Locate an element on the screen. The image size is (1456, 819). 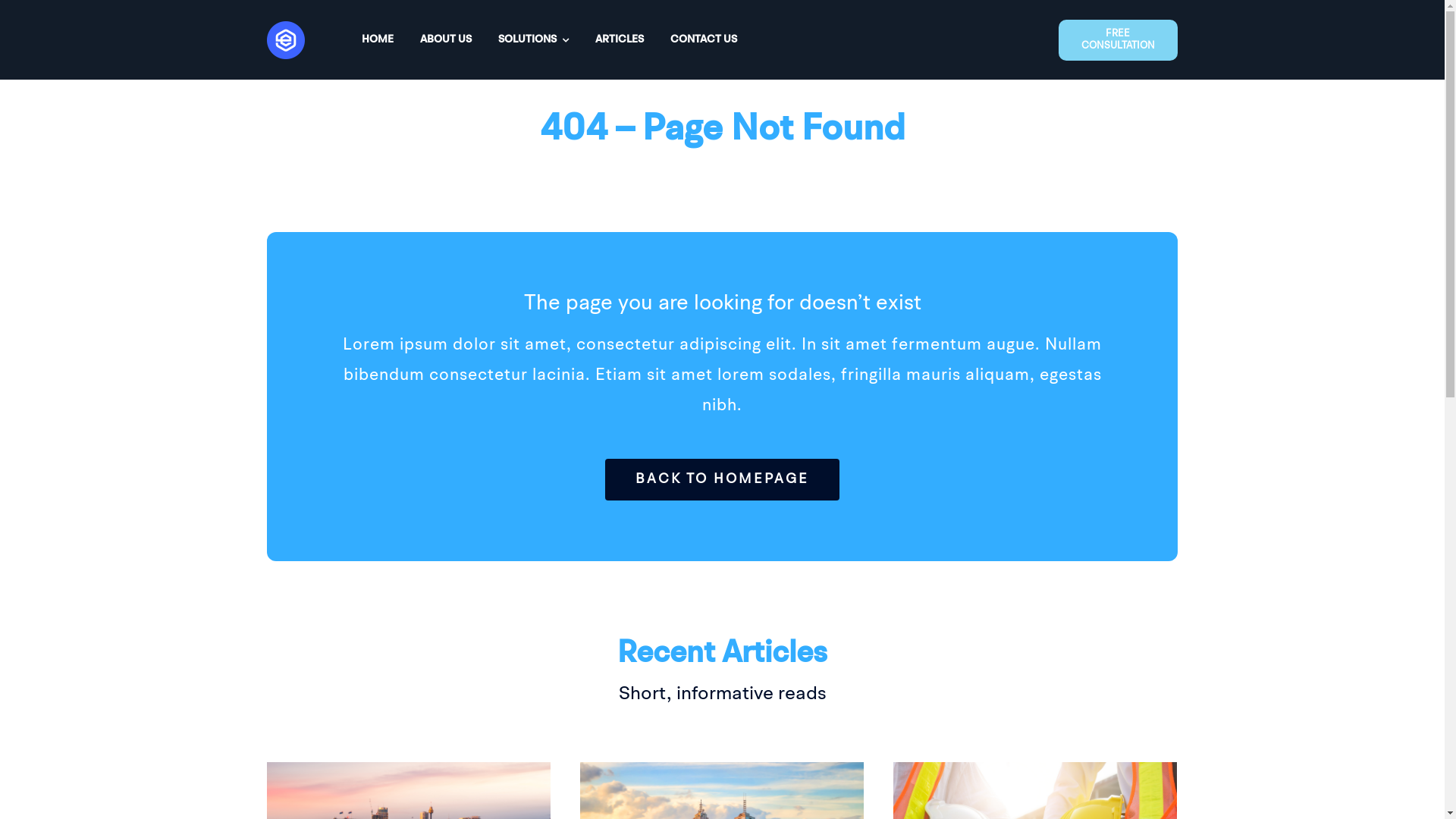
'BACK TO HOMEPAGE' is located at coordinates (721, 479).